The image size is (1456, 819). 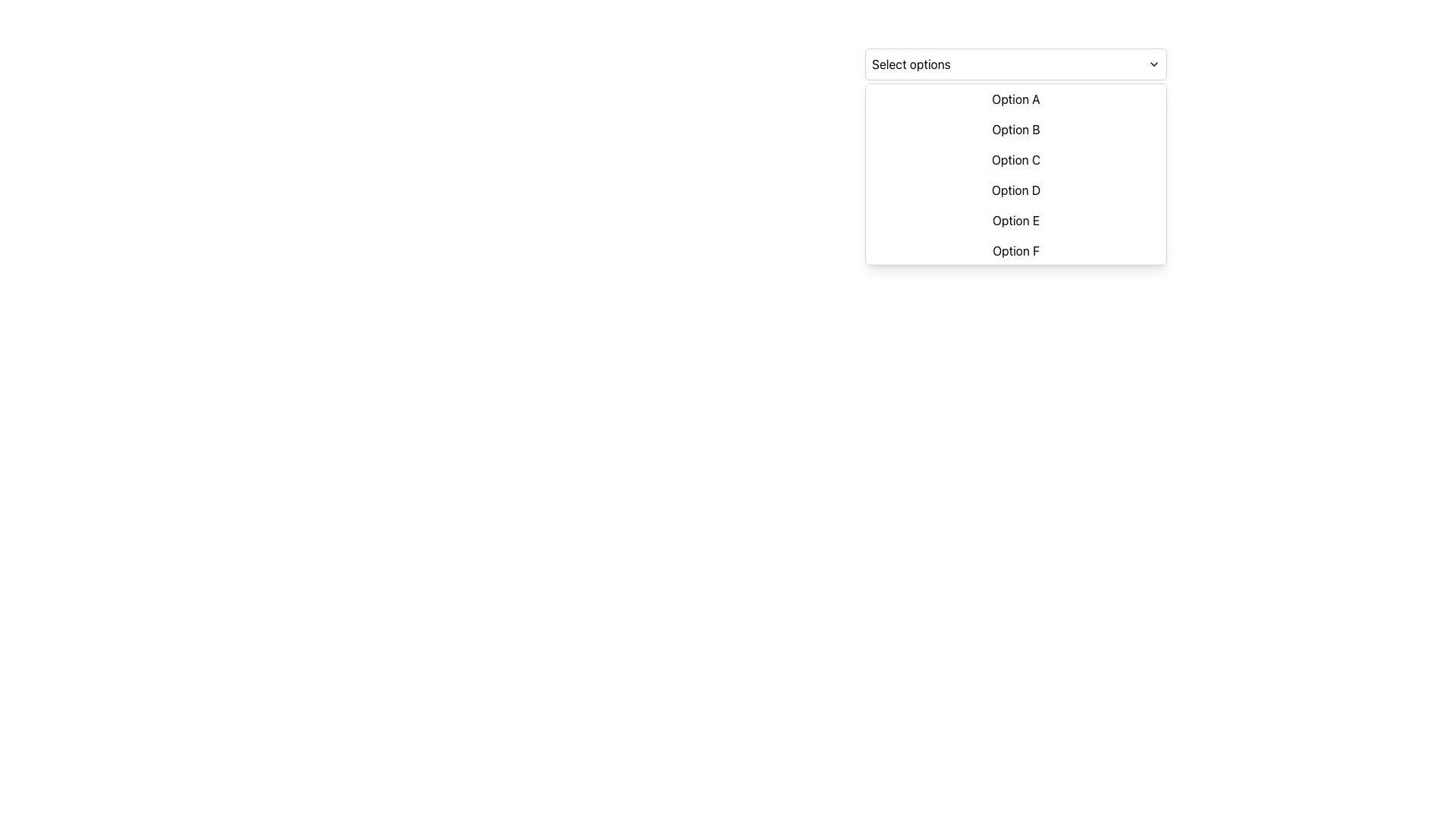 What do you see at coordinates (1015, 160) in the screenshot?
I see `the dropdown list item that displays 'Option C', which is the third option in the menu located under 'Select options'` at bounding box center [1015, 160].